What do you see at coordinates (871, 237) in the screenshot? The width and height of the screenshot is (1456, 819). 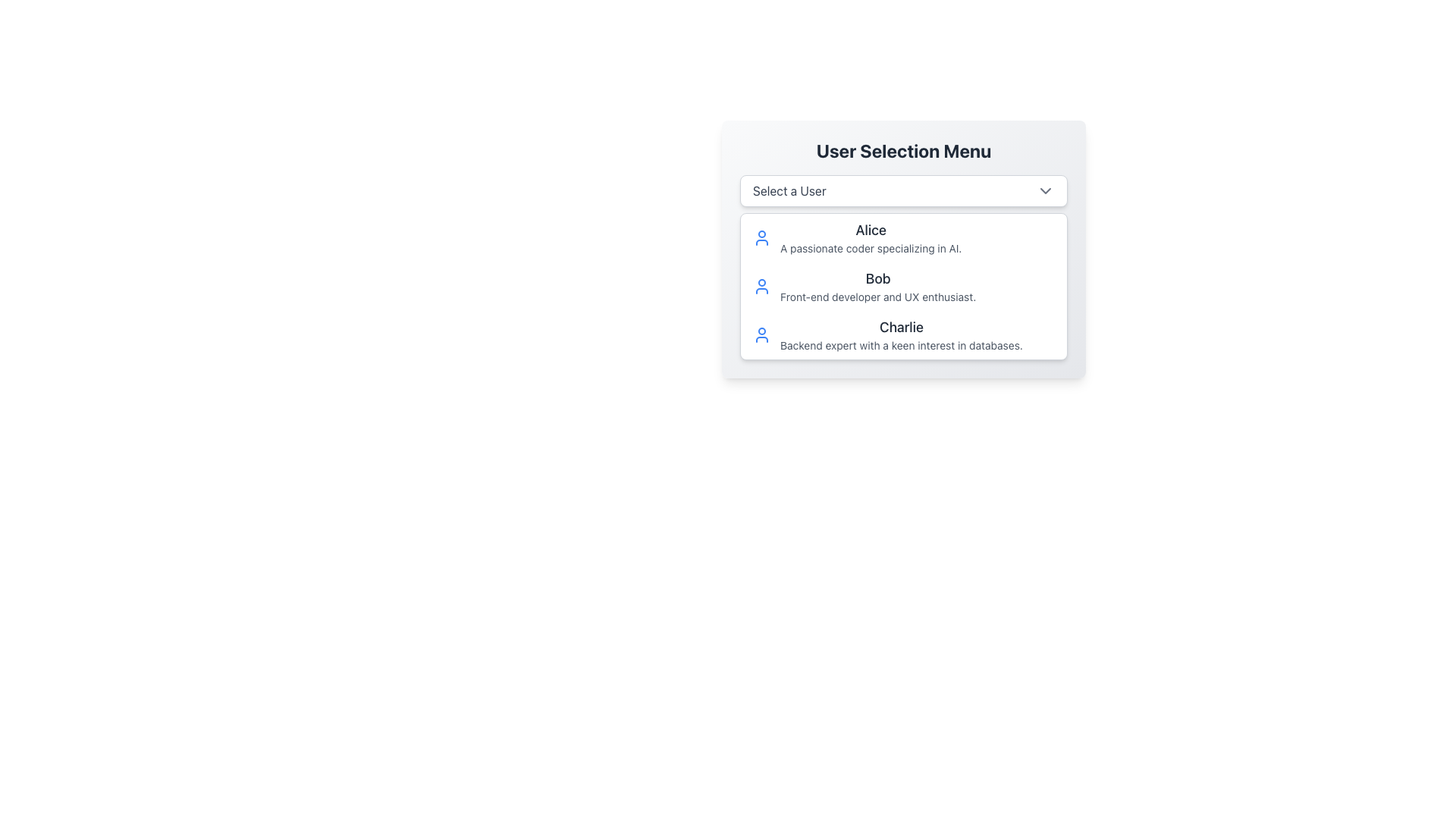 I see `the first user profile entry in the selection menu` at bounding box center [871, 237].